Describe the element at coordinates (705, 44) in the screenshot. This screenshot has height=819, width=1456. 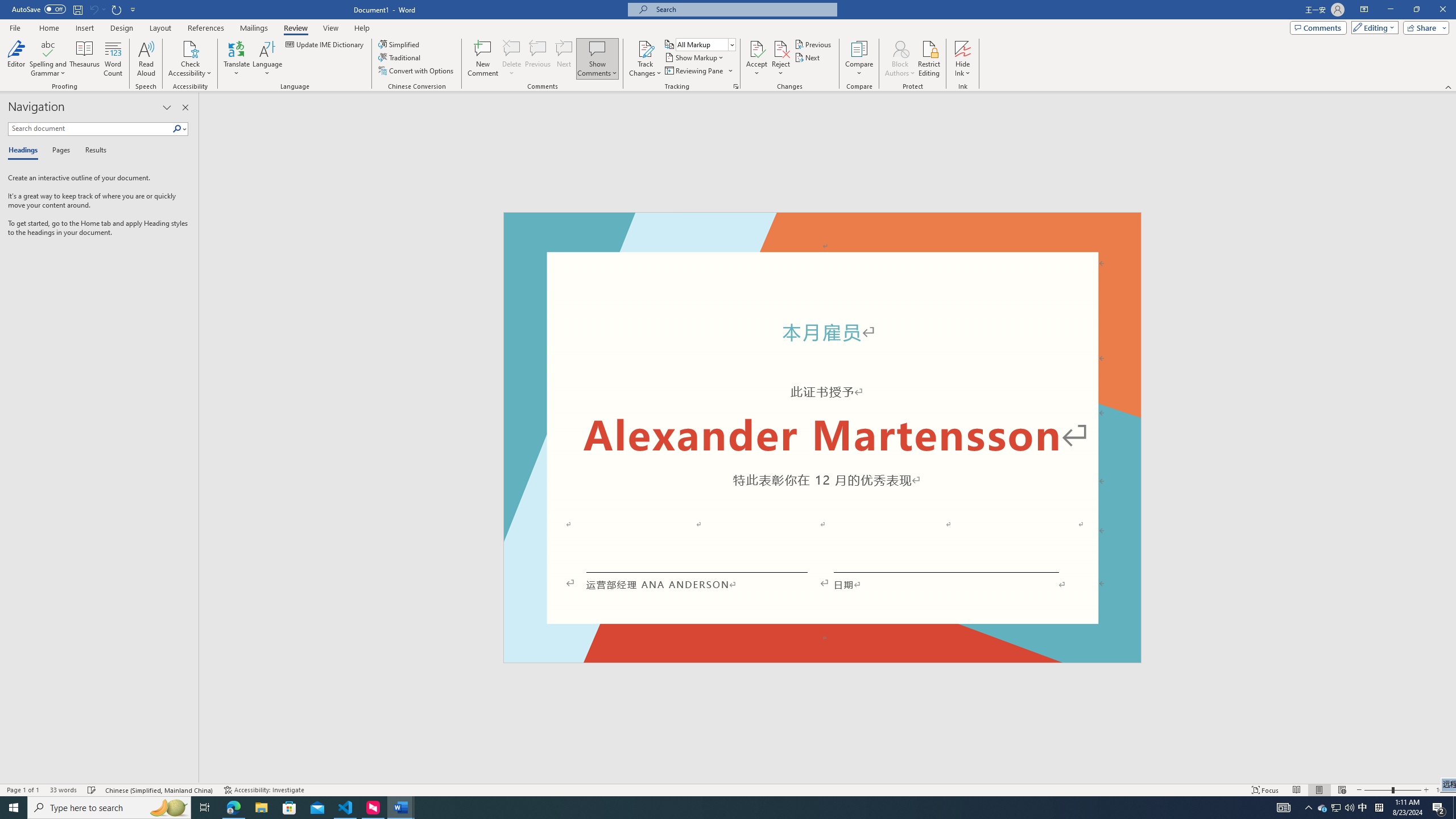
I see `'Display for Review'` at that location.